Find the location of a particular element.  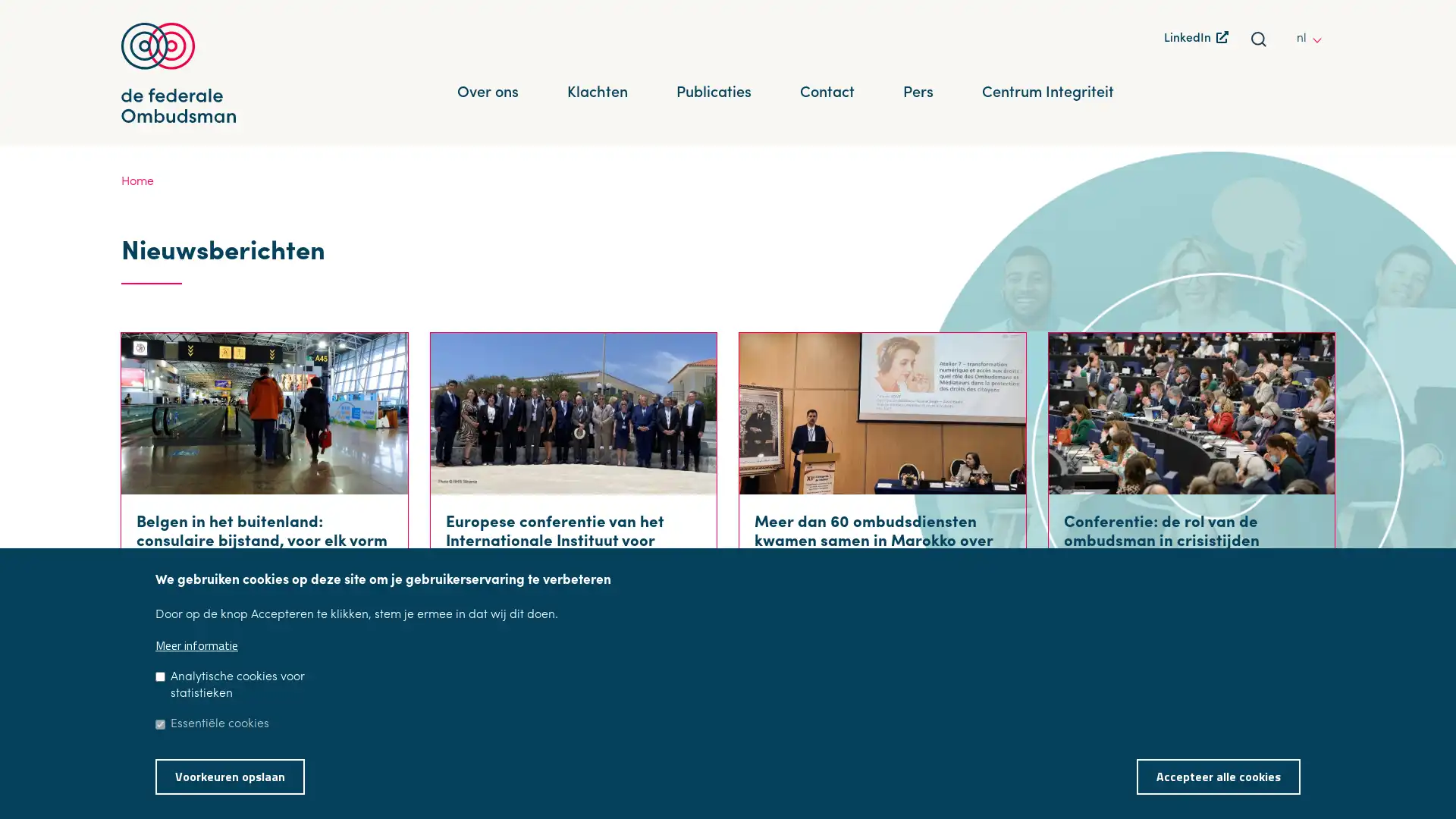

Voorkeuren opslaan is located at coordinates (229, 776).